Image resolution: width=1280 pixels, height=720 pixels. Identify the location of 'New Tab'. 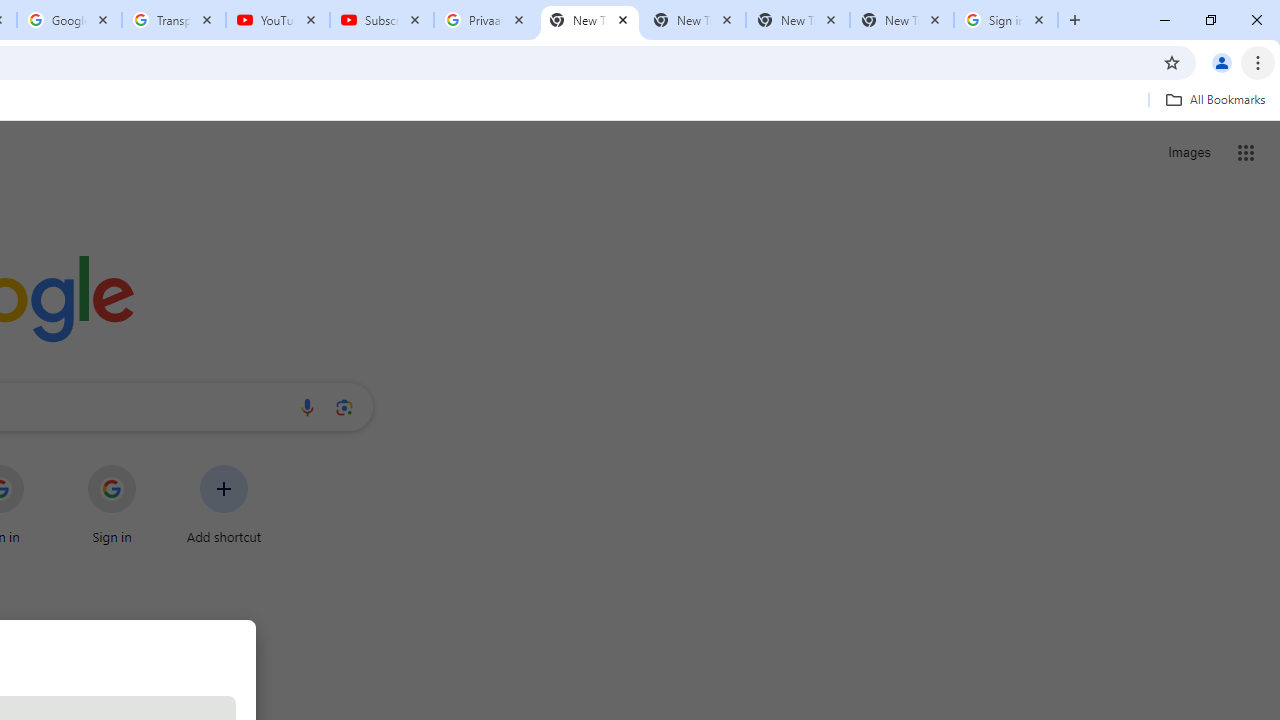
(900, 20).